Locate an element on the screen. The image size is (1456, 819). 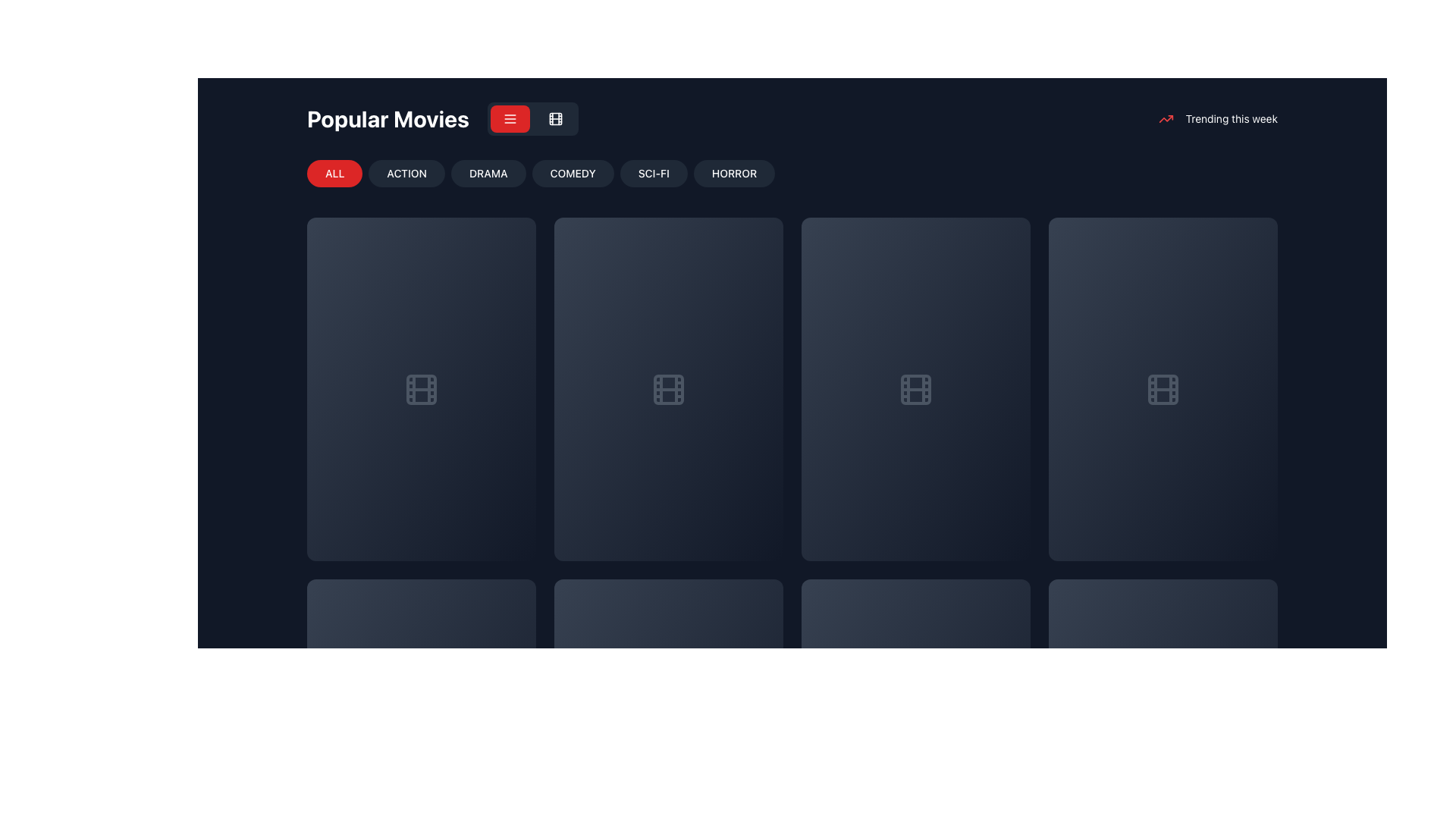
the 'DRAMA' button is located at coordinates (488, 172).